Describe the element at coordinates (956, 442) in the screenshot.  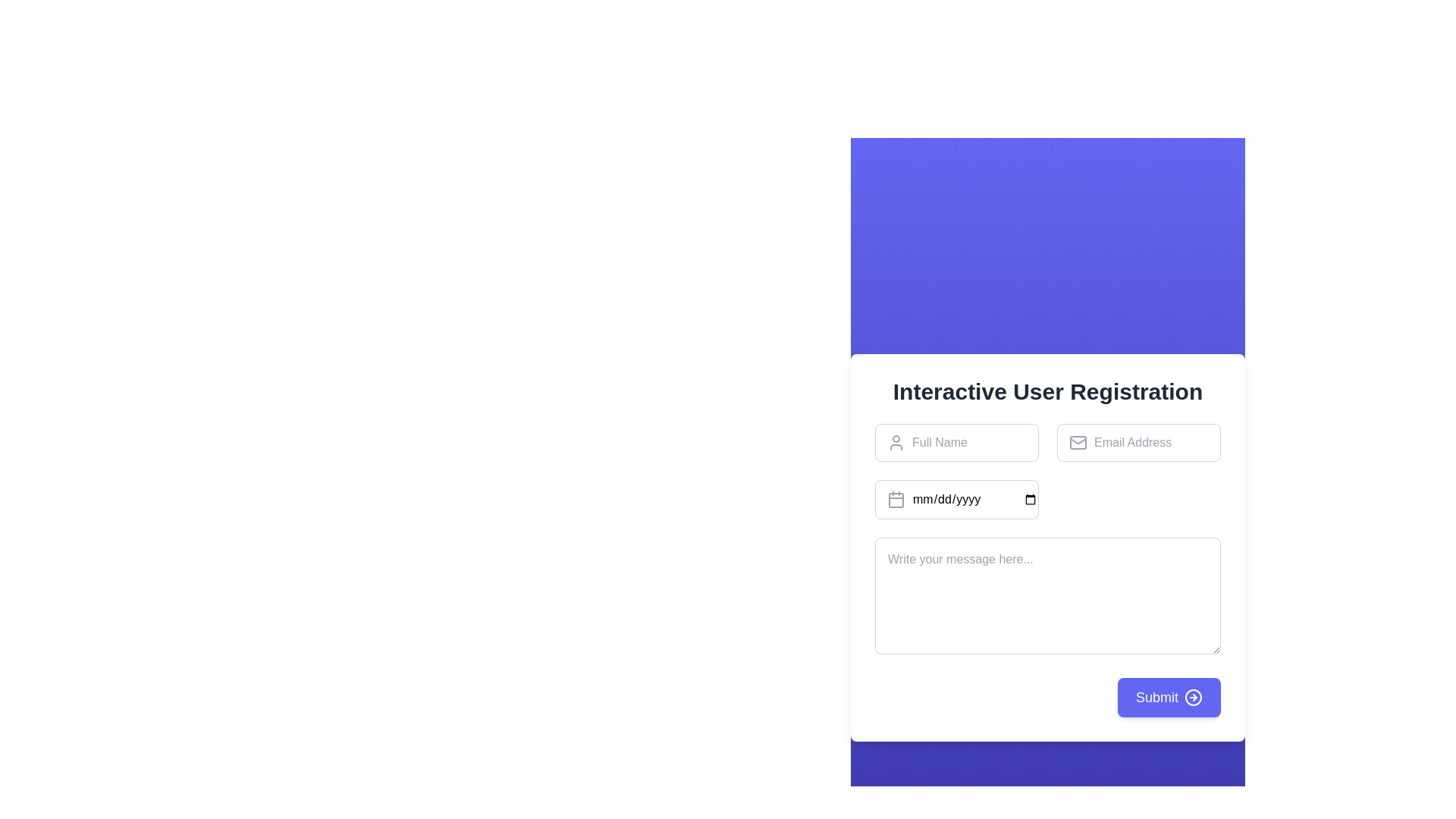
I see `the text input field for 'Full Name'` at that location.